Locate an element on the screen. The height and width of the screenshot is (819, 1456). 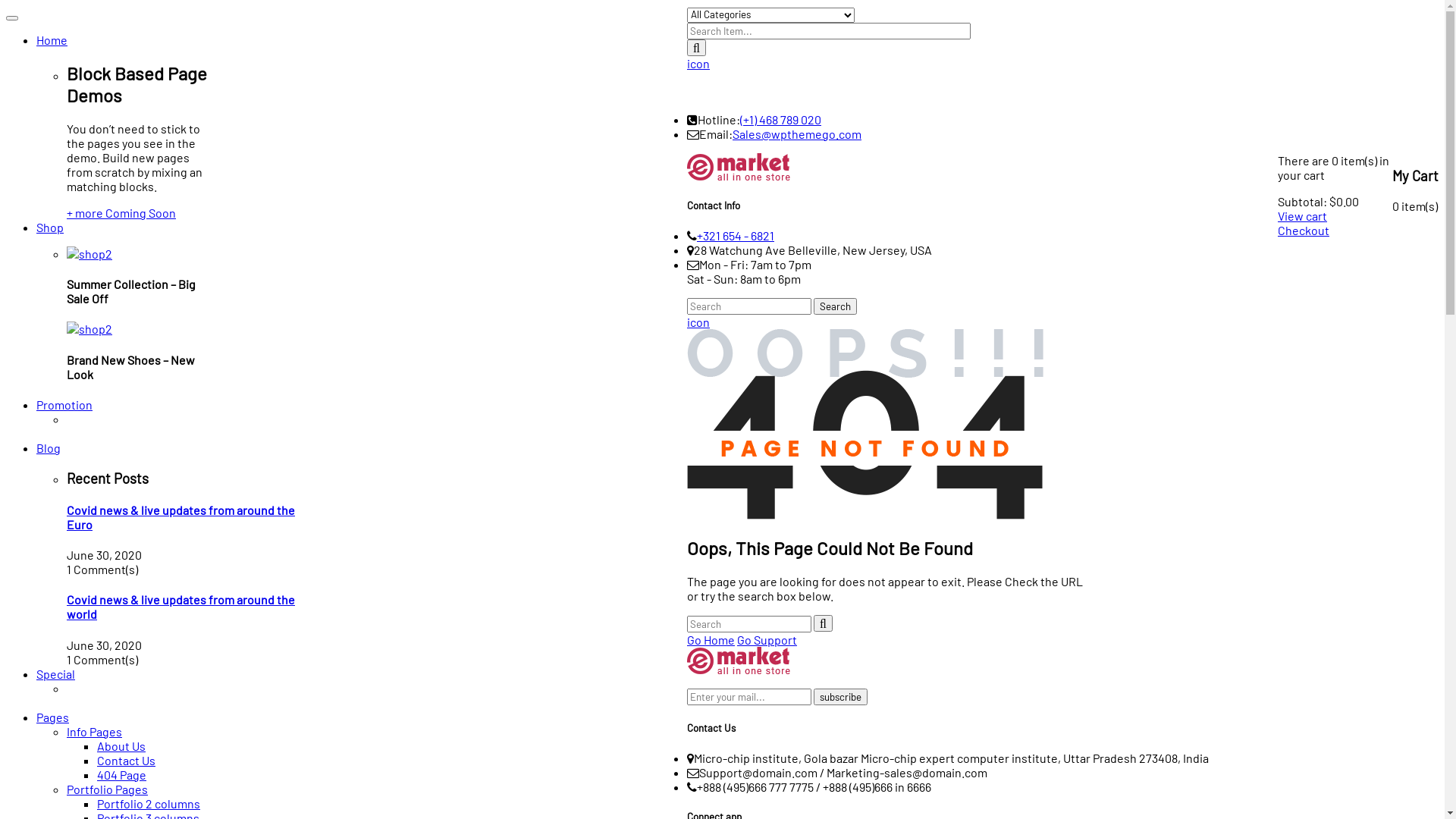
'+321 654 - 6821' is located at coordinates (735, 235).